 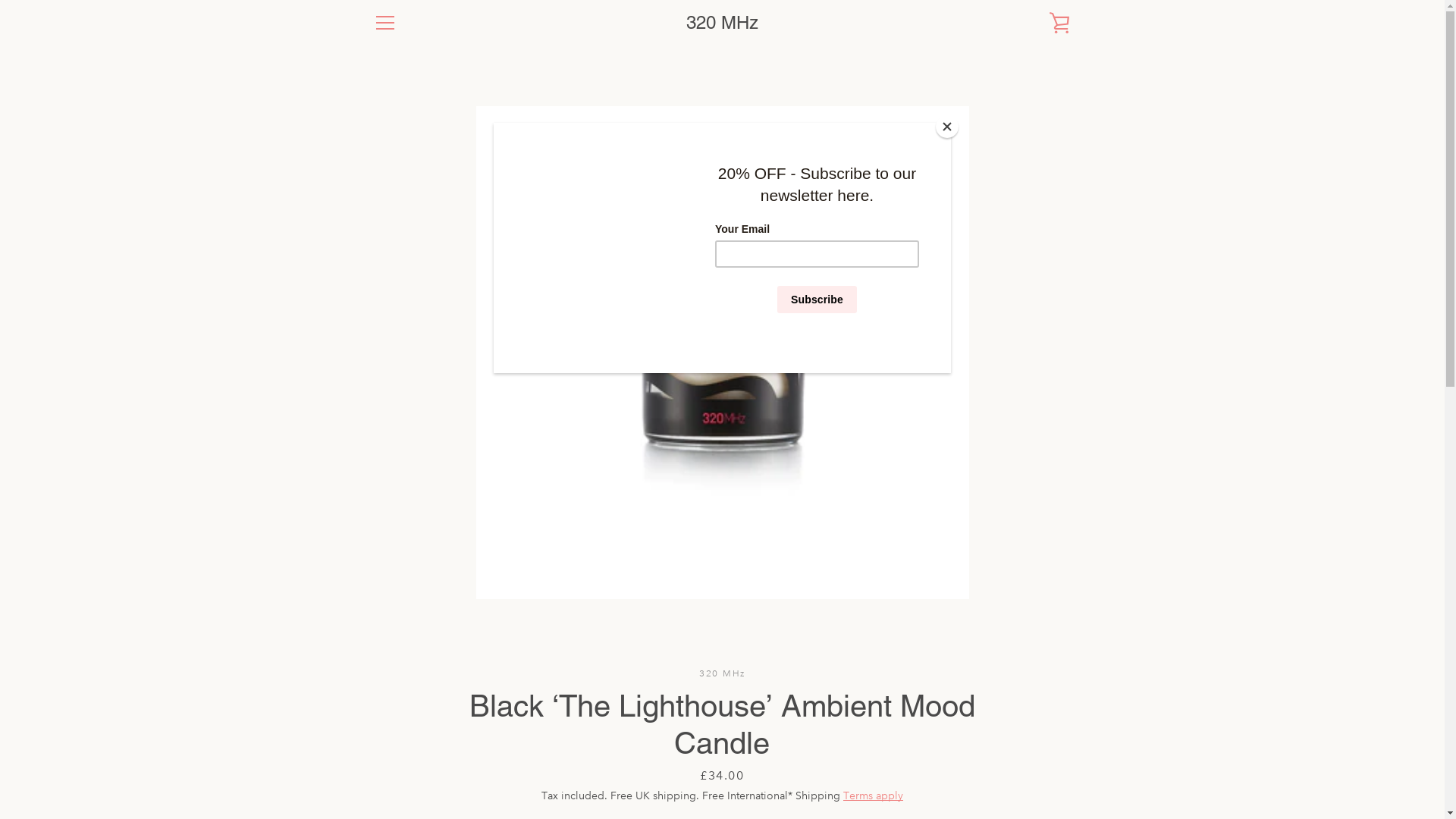 What do you see at coordinates (1058, 23) in the screenshot?
I see `'VIEW CART'` at bounding box center [1058, 23].